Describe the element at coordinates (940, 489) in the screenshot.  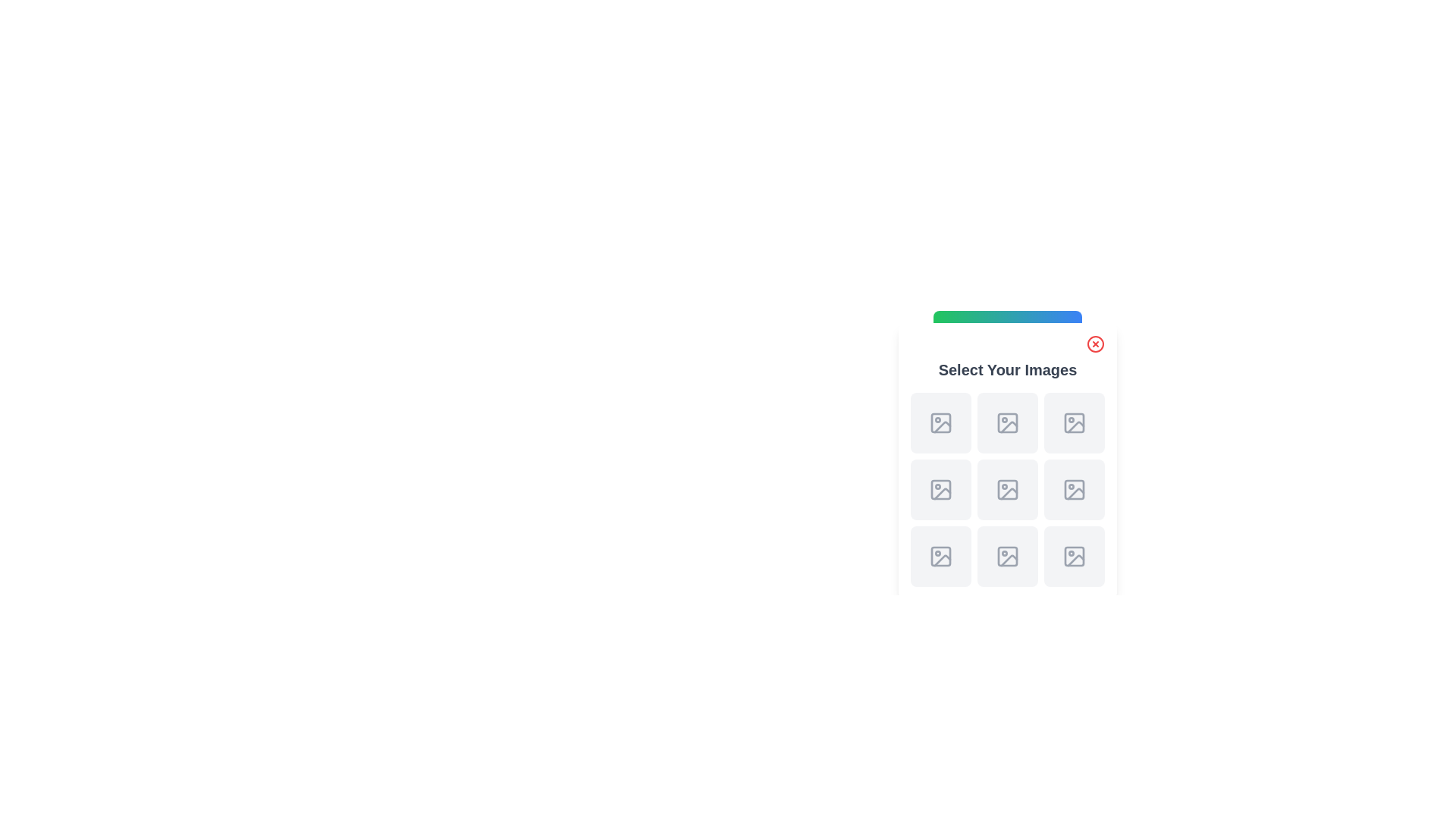
I see `the SVG graphical component that serves as the larger rectangular background element of the icon located in the fourth row and second column of the grid layout` at that location.